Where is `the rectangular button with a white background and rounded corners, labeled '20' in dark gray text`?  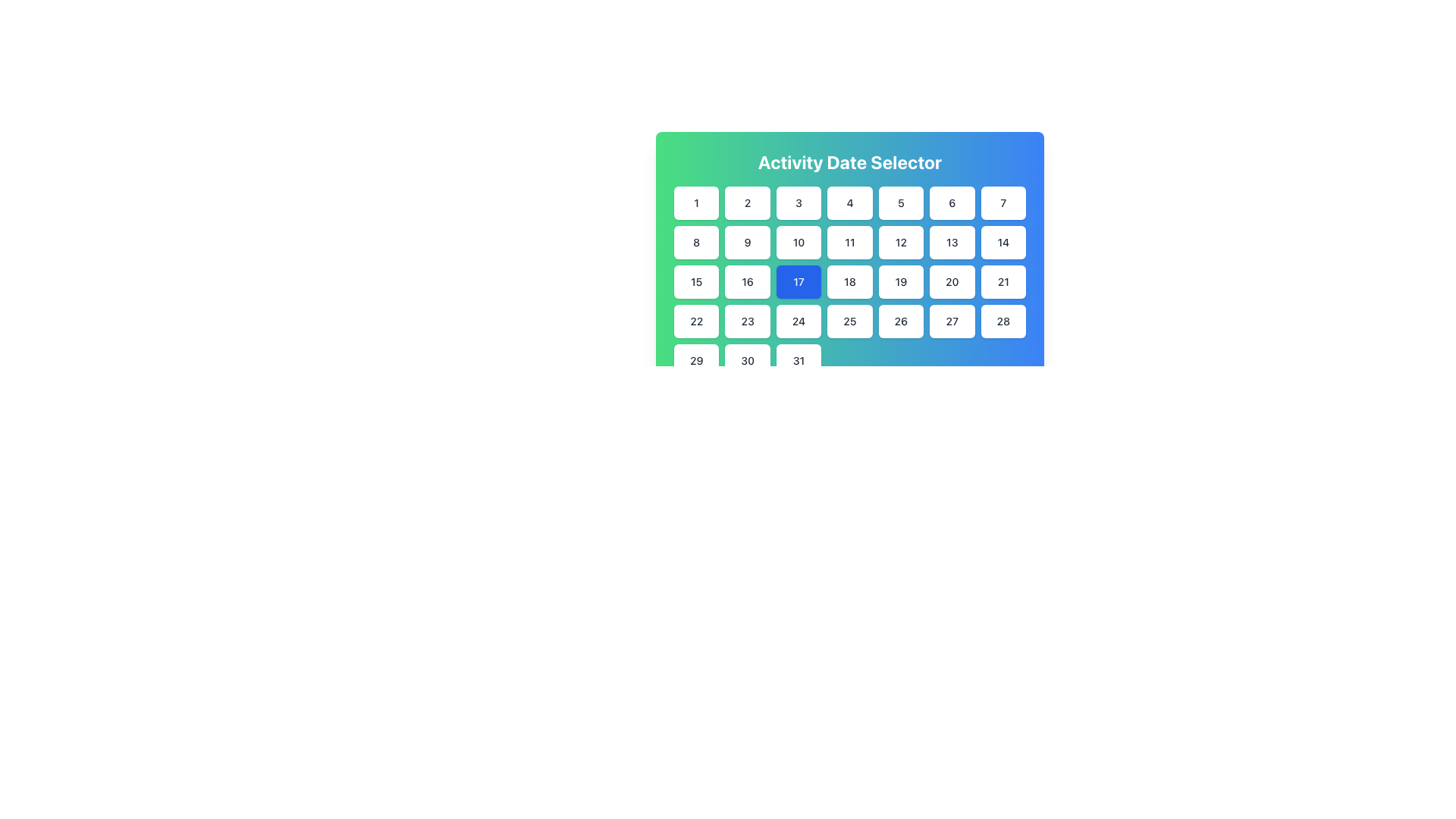 the rectangular button with a white background and rounded corners, labeled '20' in dark gray text is located at coordinates (951, 281).